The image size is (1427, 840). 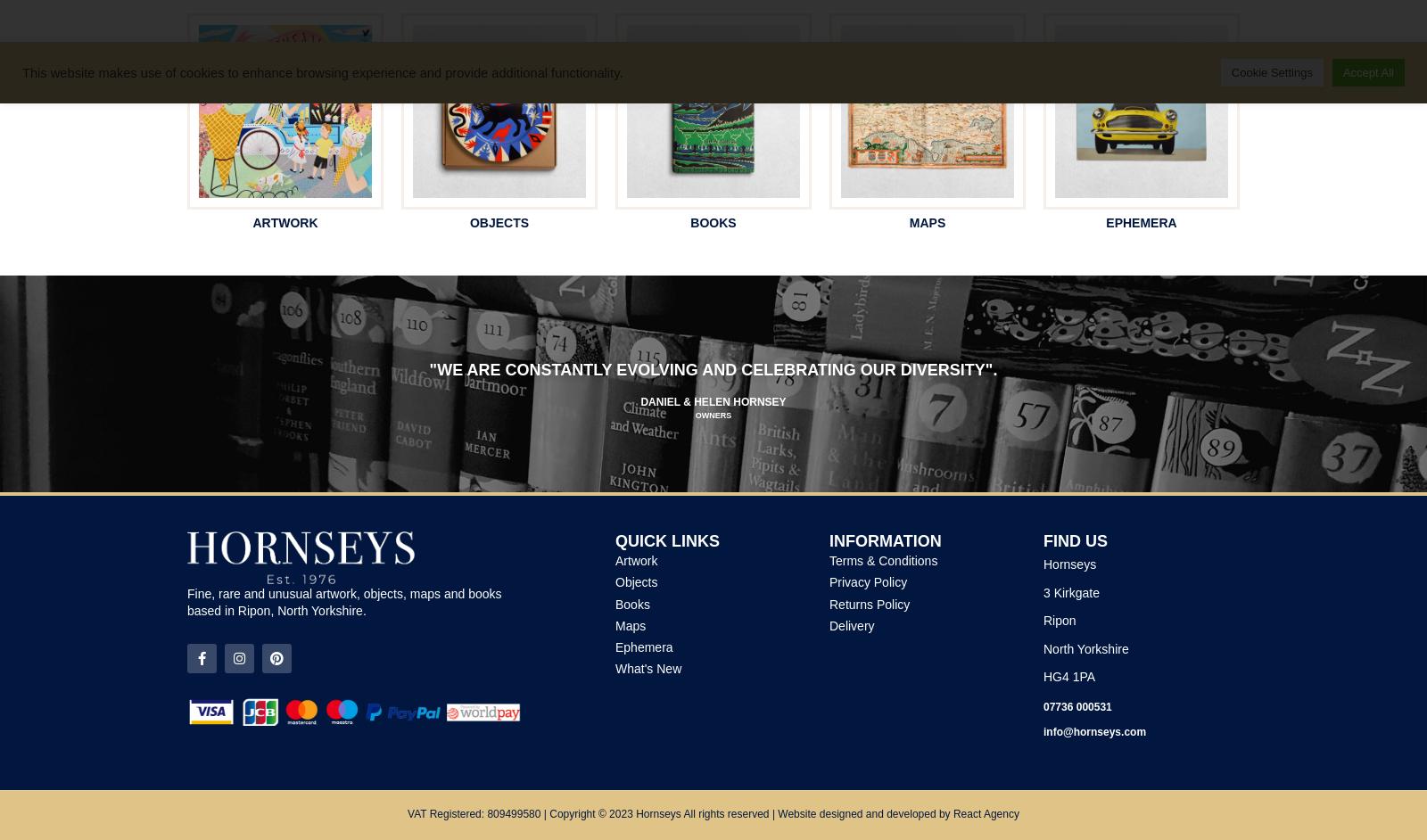 What do you see at coordinates (985, 812) in the screenshot?
I see `'React Agency'` at bounding box center [985, 812].